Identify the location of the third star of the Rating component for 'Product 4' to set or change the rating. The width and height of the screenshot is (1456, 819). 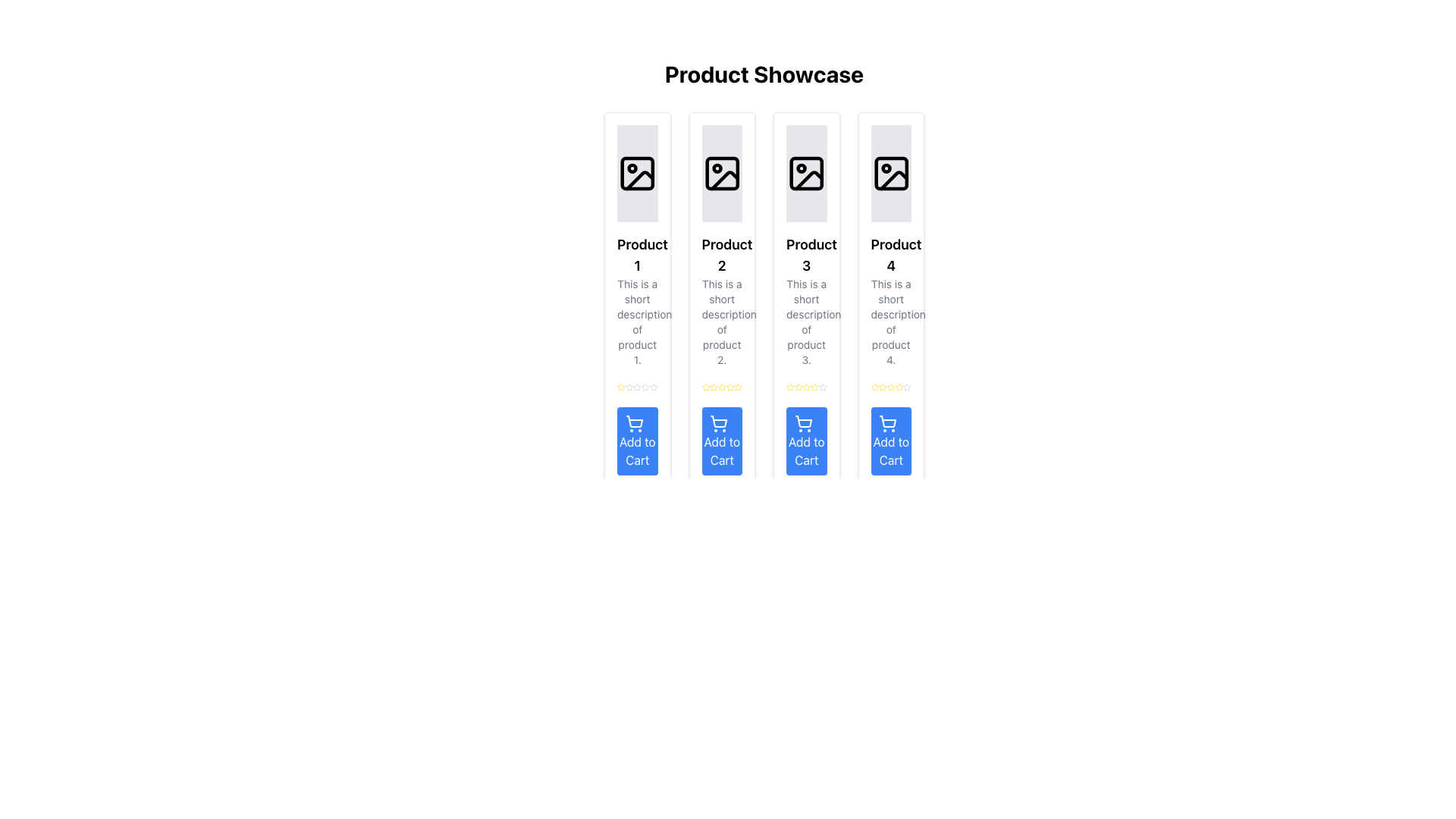
(891, 386).